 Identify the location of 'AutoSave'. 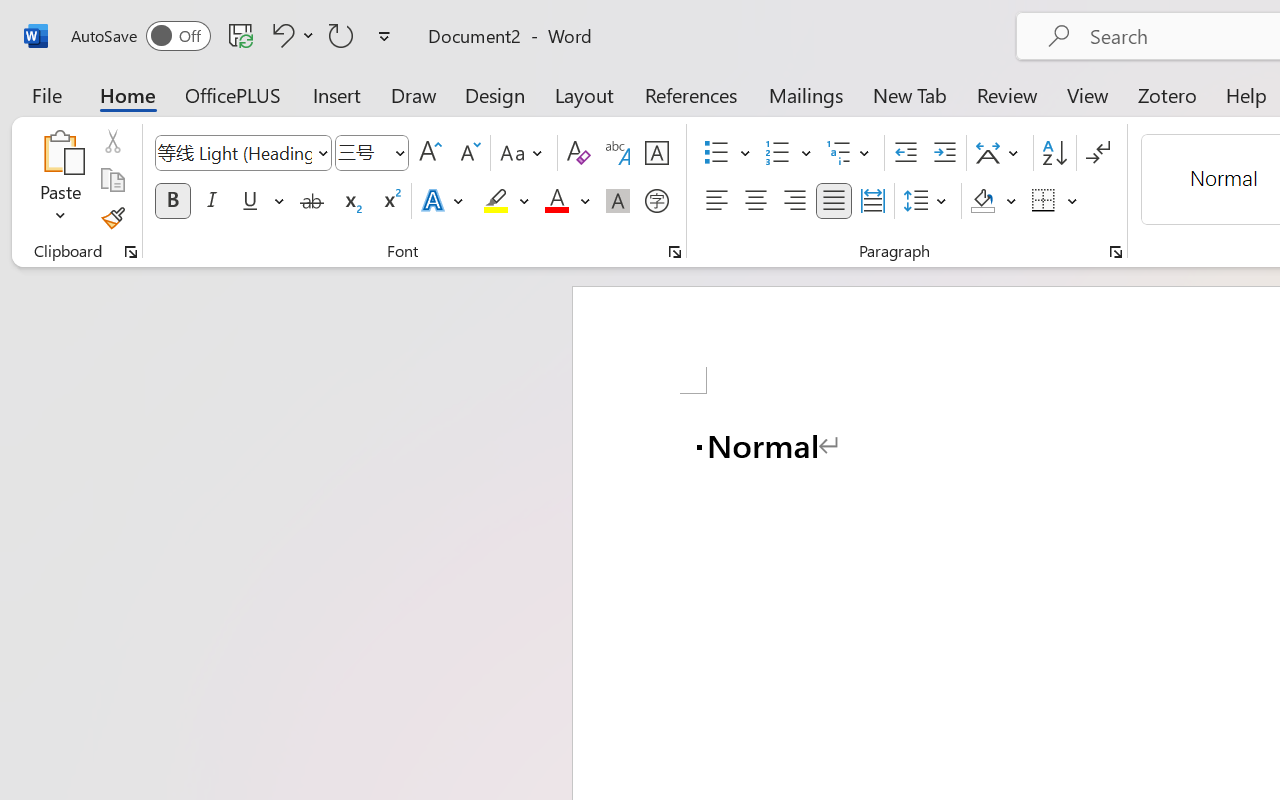
(139, 35).